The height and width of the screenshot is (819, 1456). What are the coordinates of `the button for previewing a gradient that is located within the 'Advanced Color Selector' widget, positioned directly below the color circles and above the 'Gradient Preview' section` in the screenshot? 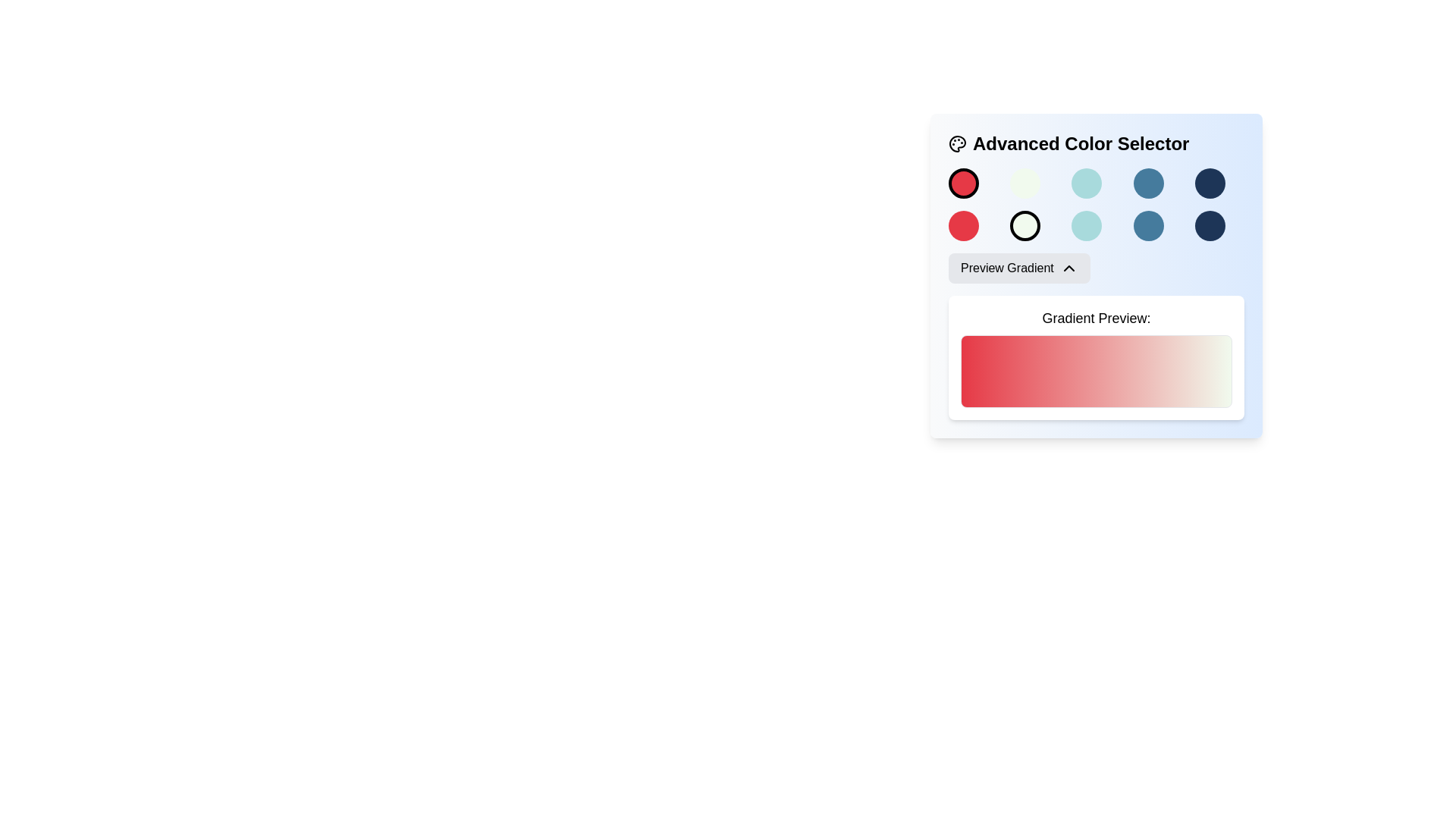 It's located at (1019, 268).